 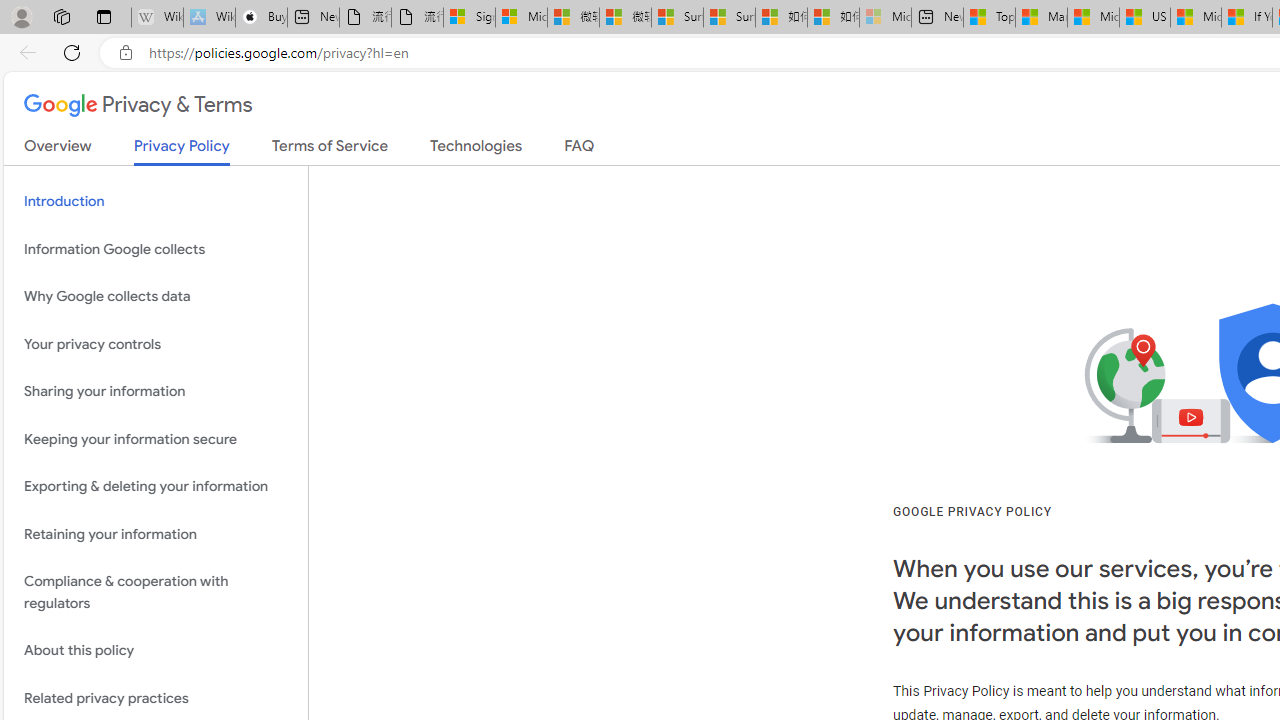 What do you see at coordinates (1040, 17) in the screenshot?
I see `'Marine life - MSN'` at bounding box center [1040, 17].